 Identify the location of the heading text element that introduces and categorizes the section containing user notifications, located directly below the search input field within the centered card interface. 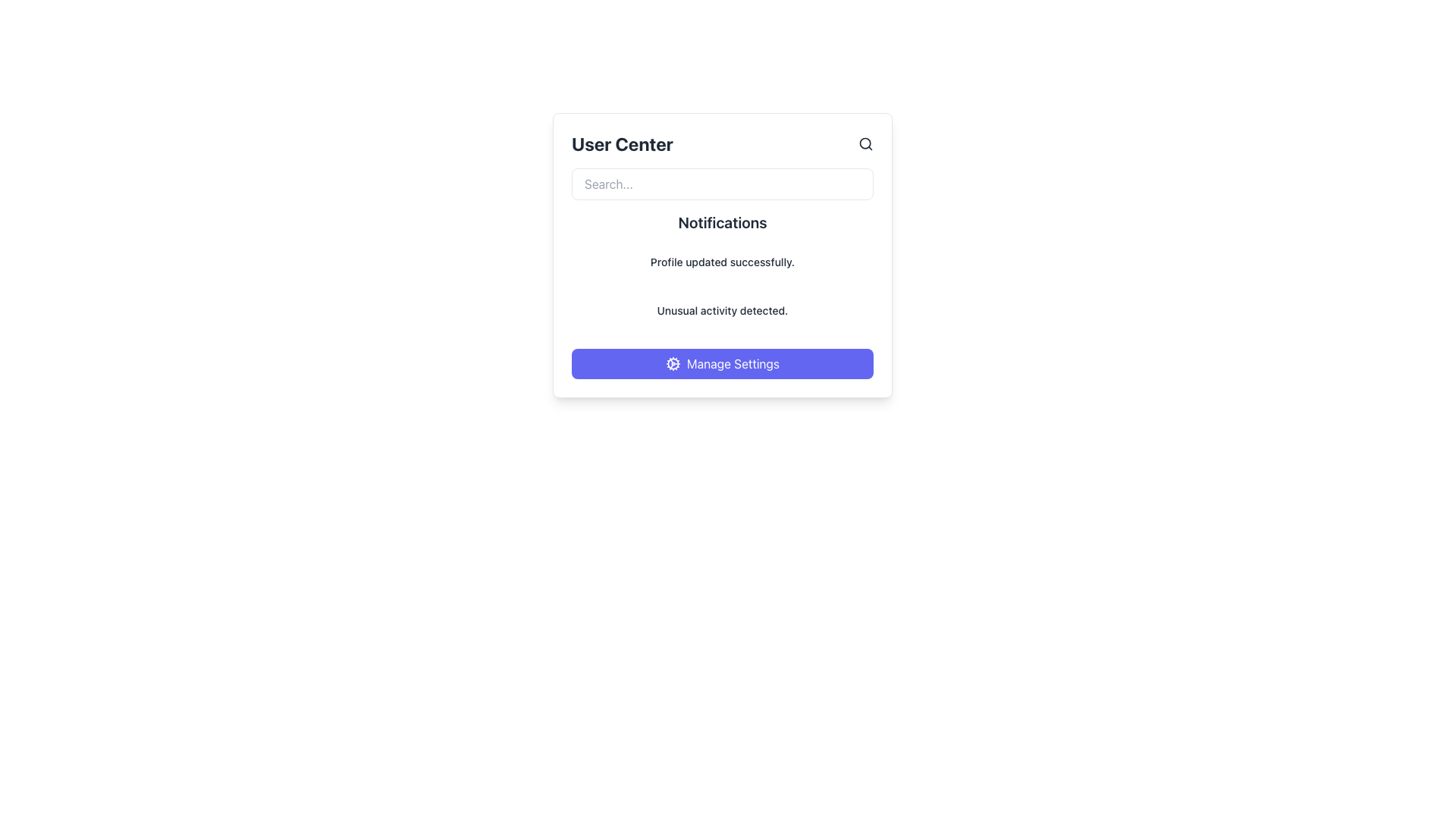
(722, 222).